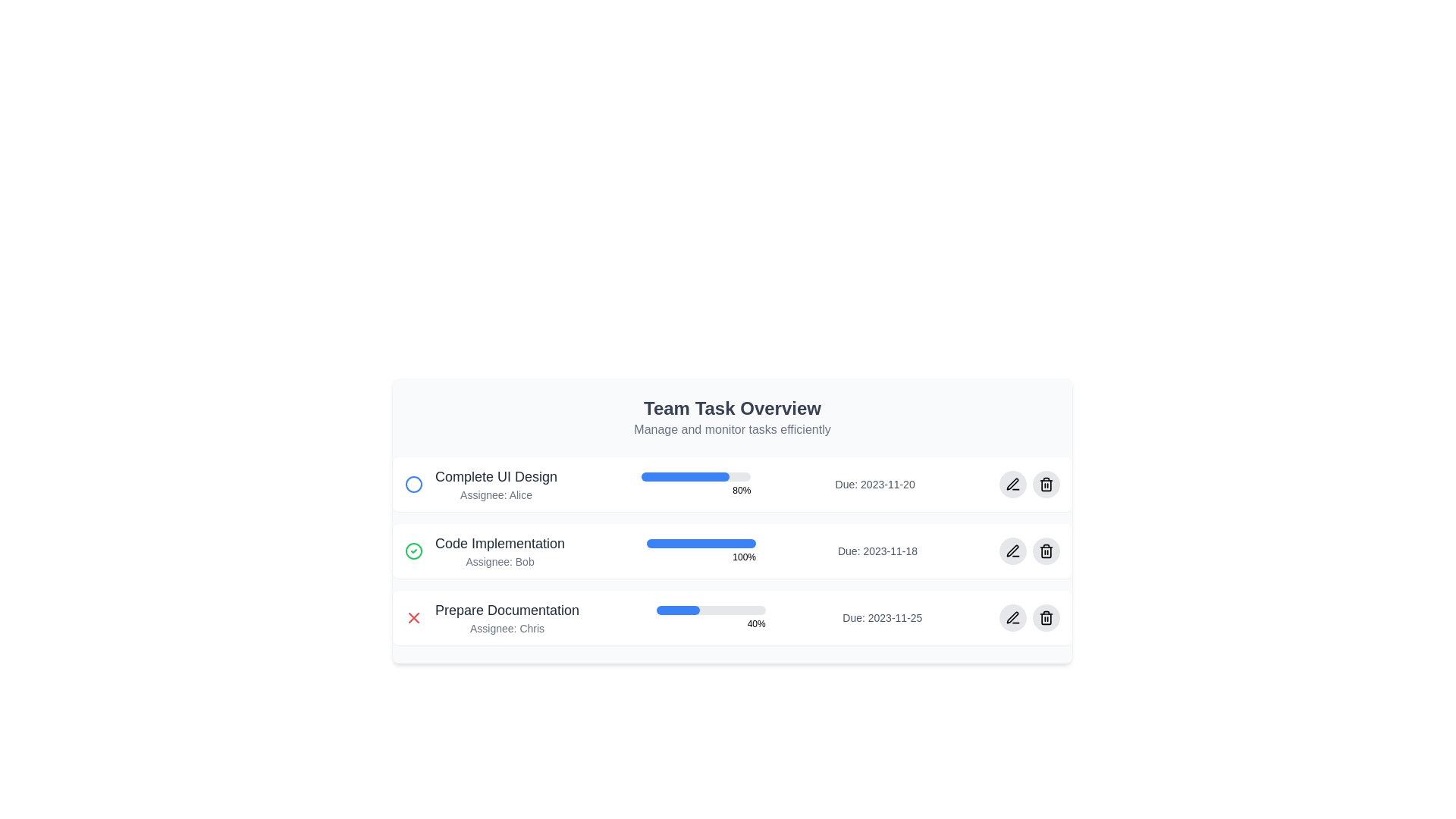 This screenshot has width=1456, height=819. Describe the element at coordinates (1045, 619) in the screenshot. I see `the middle vertical section of the trash can icon representing the delete action in the 'Prepare Documentation' task row` at that location.